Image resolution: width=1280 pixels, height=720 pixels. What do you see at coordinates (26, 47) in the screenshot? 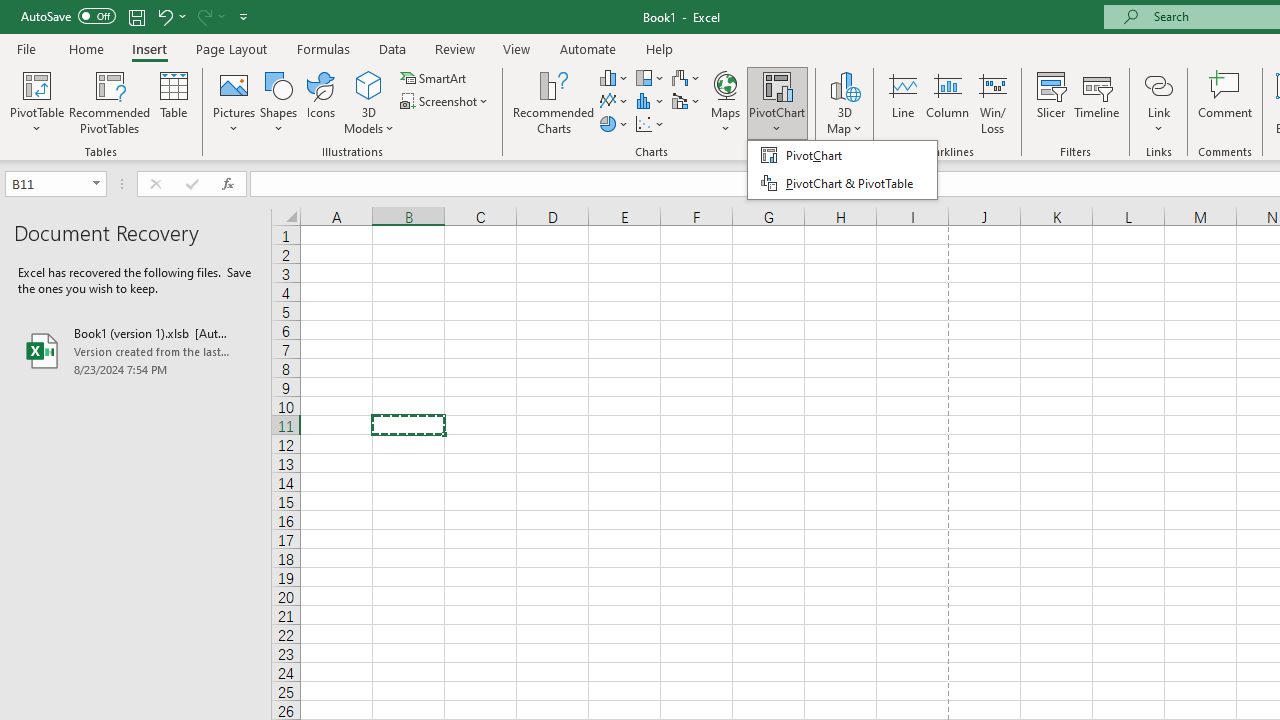
I see `'File Tab'` at bounding box center [26, 47].